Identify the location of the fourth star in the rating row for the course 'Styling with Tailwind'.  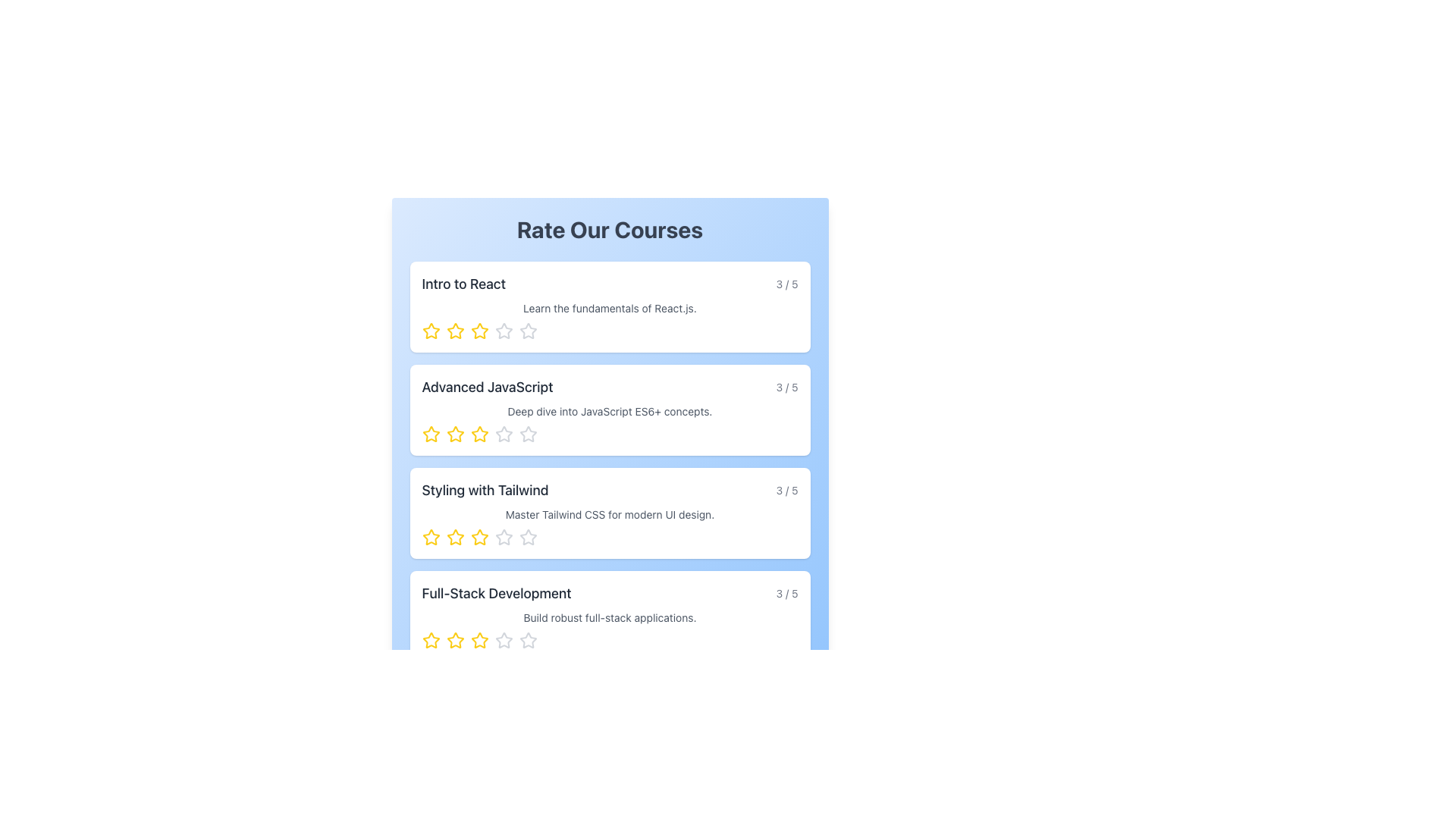
(504, 536).